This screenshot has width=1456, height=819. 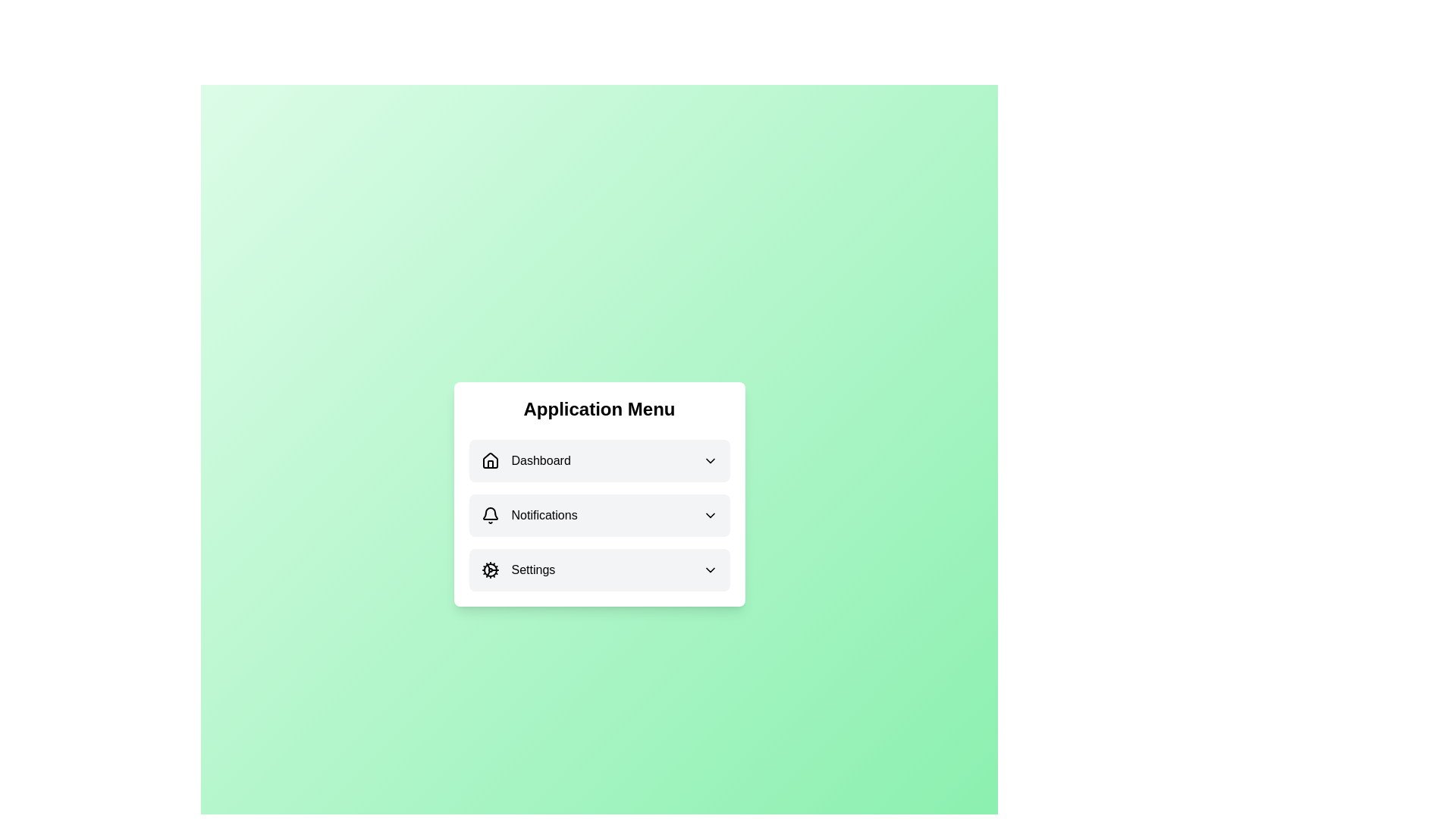 I want to click on the 'Dashboard' navigation menu item, which consists of a house-shaped icon and the text 'Dashboard', positioned at the top of the vertical menu list, so click(x=526, y=460).